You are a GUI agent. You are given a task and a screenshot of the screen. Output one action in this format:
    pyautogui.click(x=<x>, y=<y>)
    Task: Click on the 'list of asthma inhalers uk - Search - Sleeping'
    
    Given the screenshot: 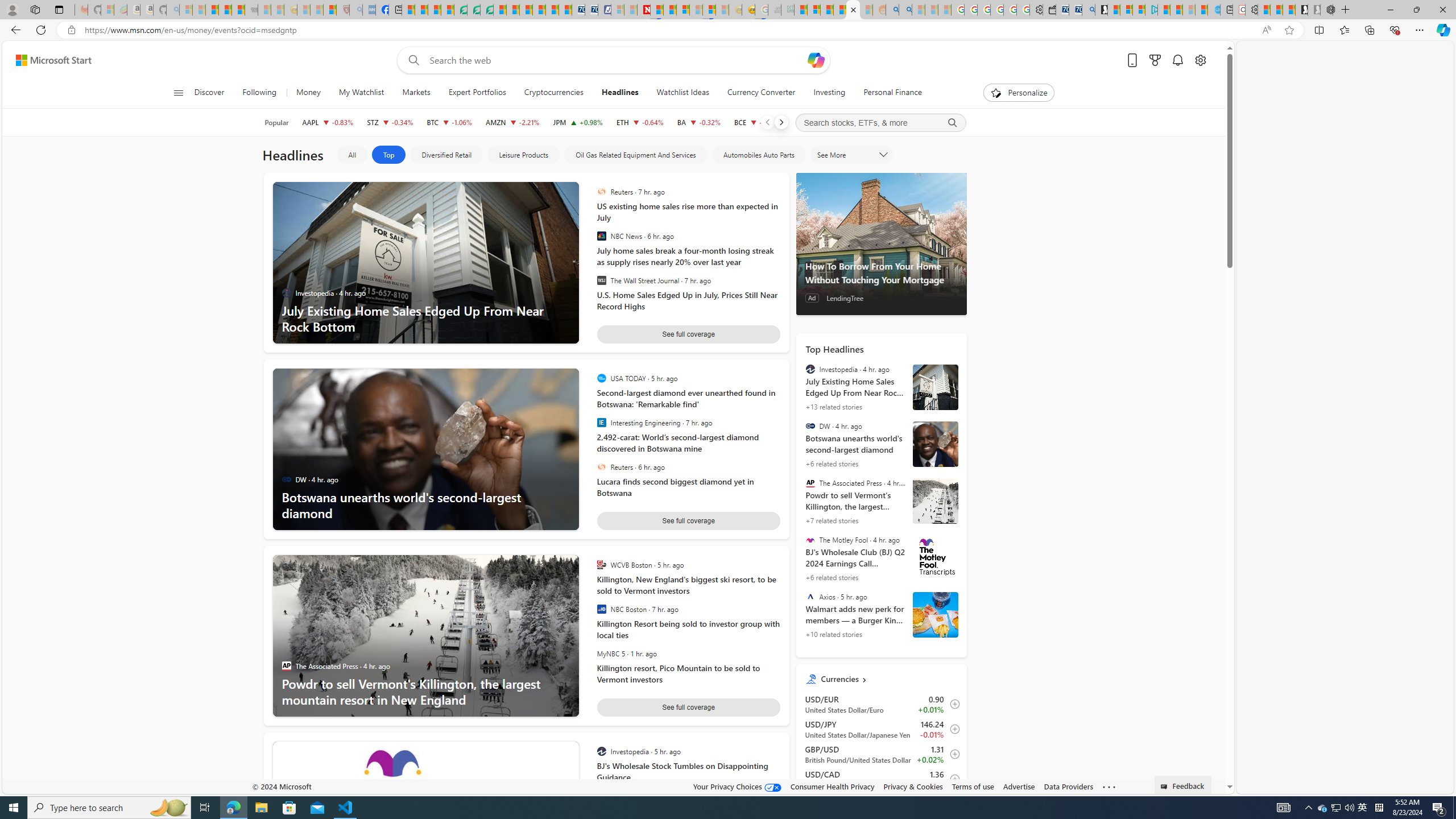 What is the action you would take?
    pyautogui.click(x=355, y=9)
    